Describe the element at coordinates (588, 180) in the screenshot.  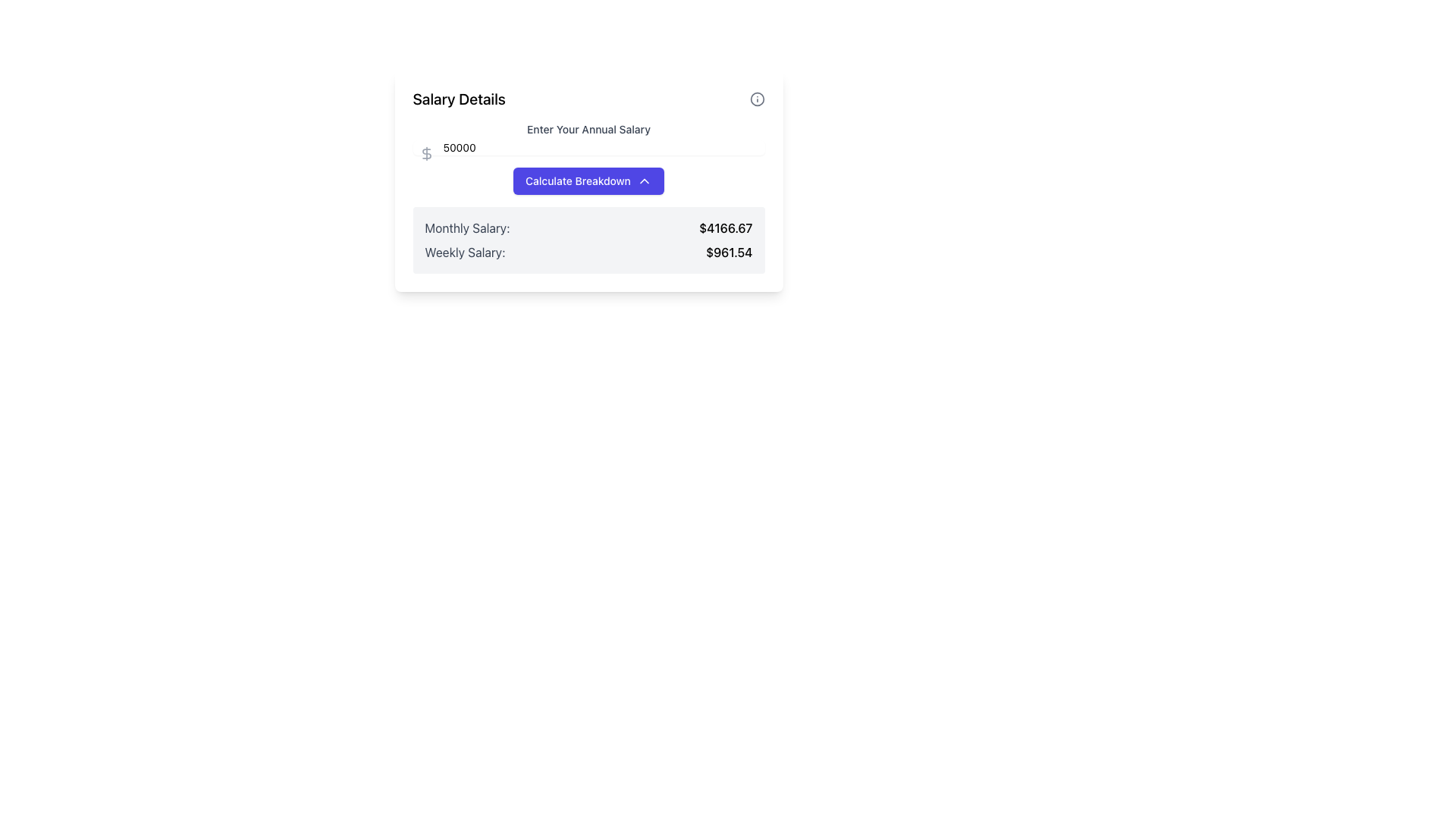
I see `the blue button labeled 'Calculate Breakdown' on the financial calculator panel displaying salary details` at that location.